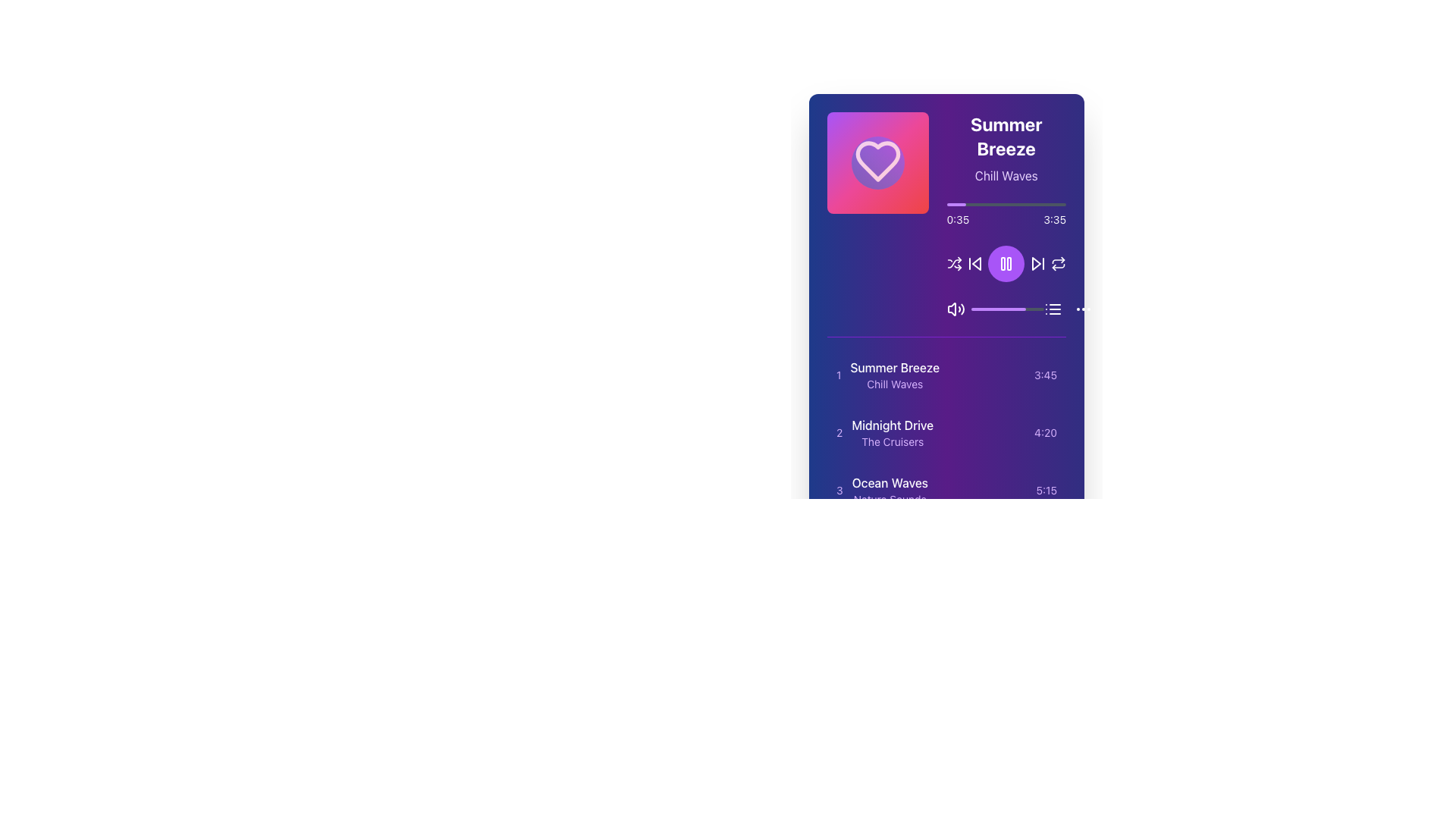 The image size is (1456, 819). Describe the element at coordinates (1035, 262) in the screenshot. I see `the triangular 'next' button located in the middle-right portion of the interface to skip forward` at that location.